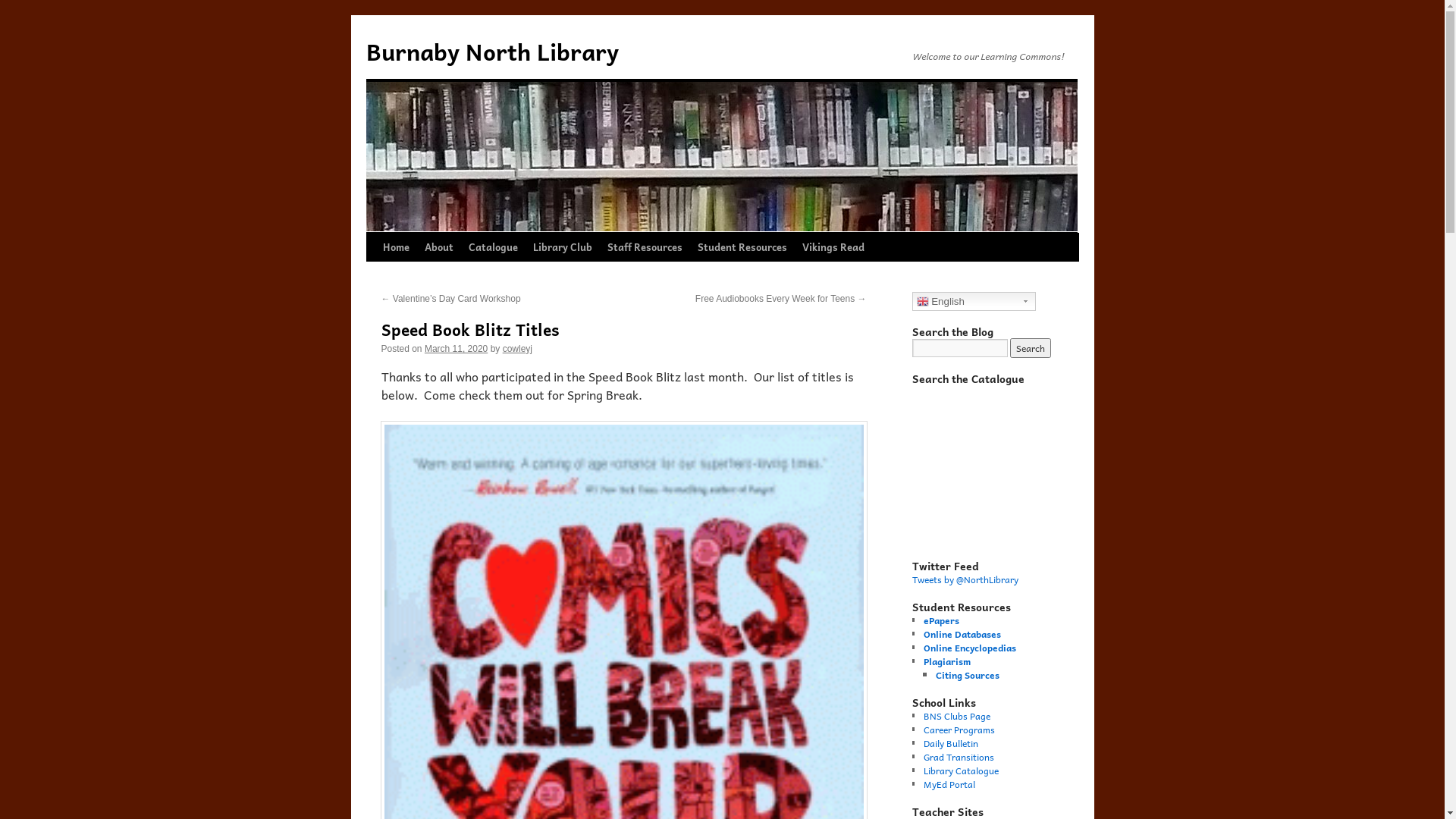 Image resolution: width=1456 pixels, height=819 pixels. I want to click on 'ePapers', so click(940, 620).